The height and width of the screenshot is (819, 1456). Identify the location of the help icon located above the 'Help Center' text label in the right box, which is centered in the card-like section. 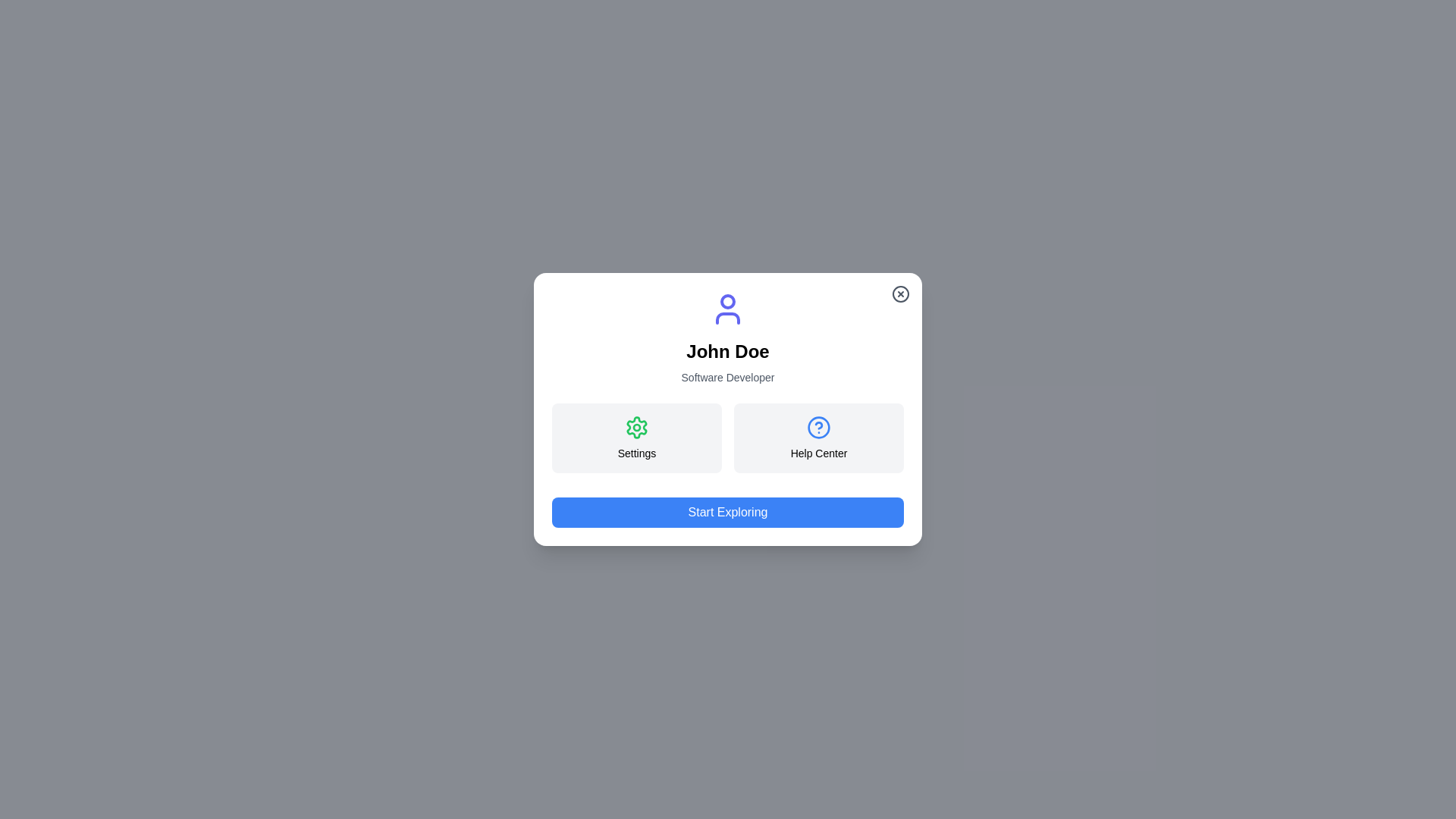
(818, 427).